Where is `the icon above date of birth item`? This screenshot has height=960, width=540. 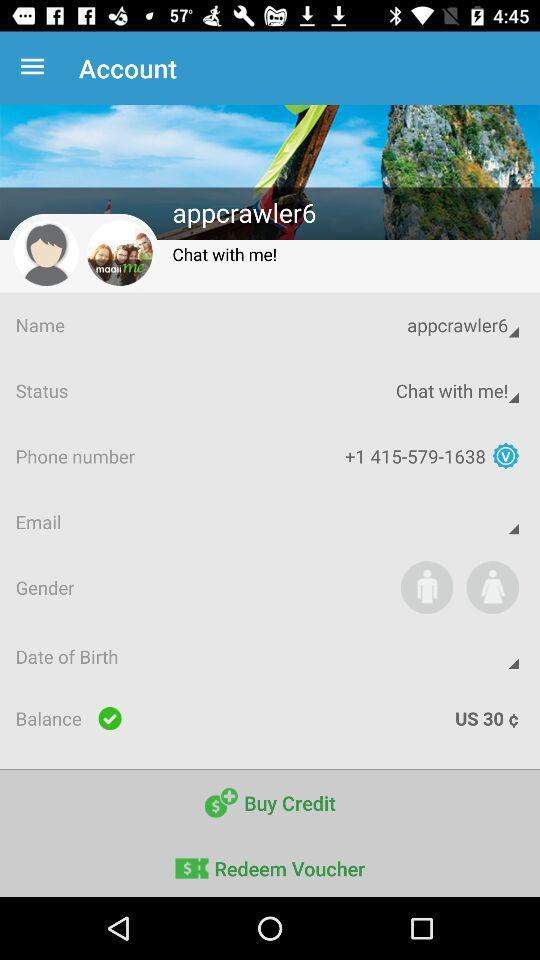
the icon above date of birth item is located at coordinates (426, 587).